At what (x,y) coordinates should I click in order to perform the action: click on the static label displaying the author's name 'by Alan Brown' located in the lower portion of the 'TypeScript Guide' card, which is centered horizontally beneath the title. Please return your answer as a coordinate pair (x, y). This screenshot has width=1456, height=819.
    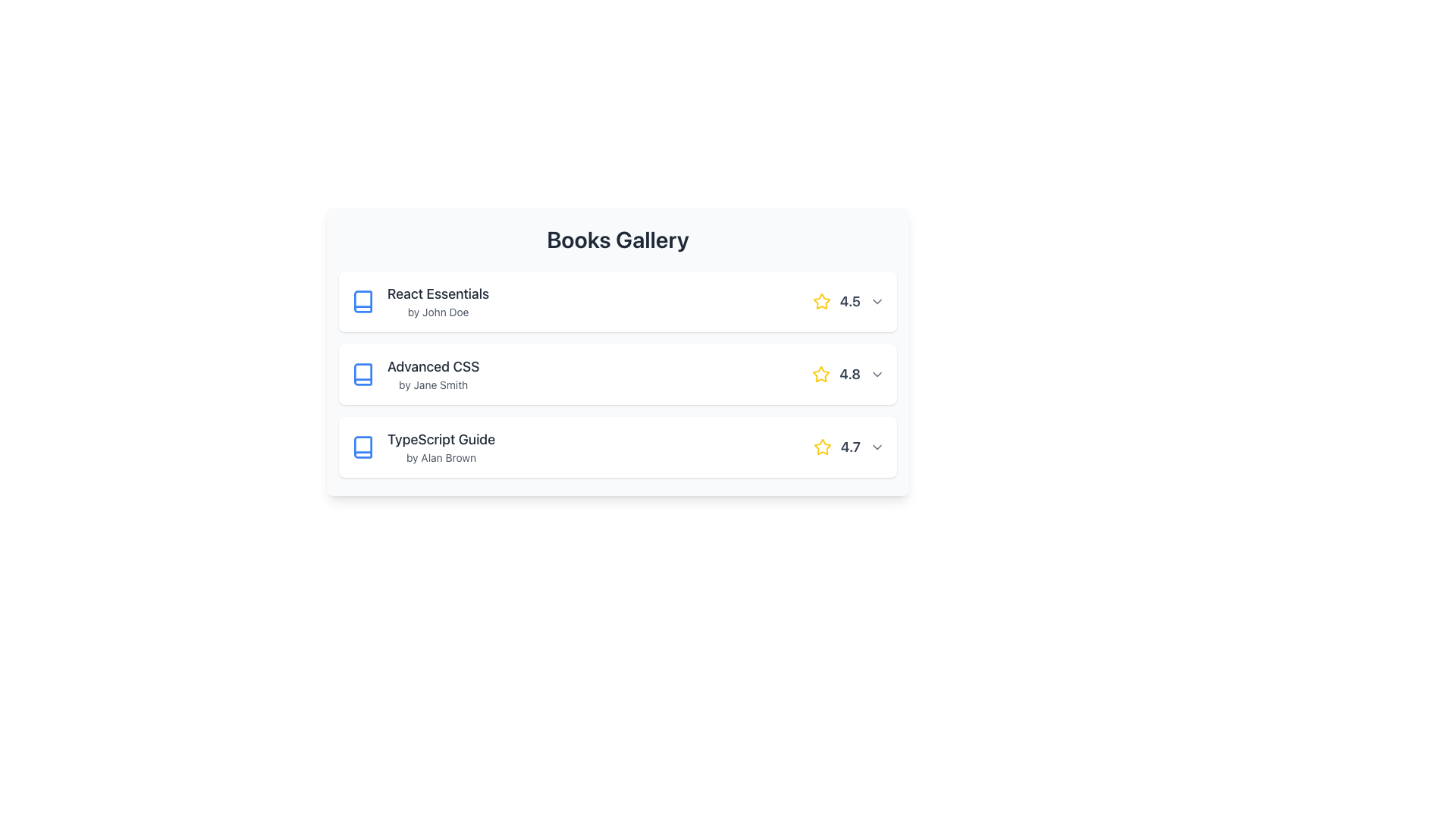
    Looking at the image, I should click on (441, 457).